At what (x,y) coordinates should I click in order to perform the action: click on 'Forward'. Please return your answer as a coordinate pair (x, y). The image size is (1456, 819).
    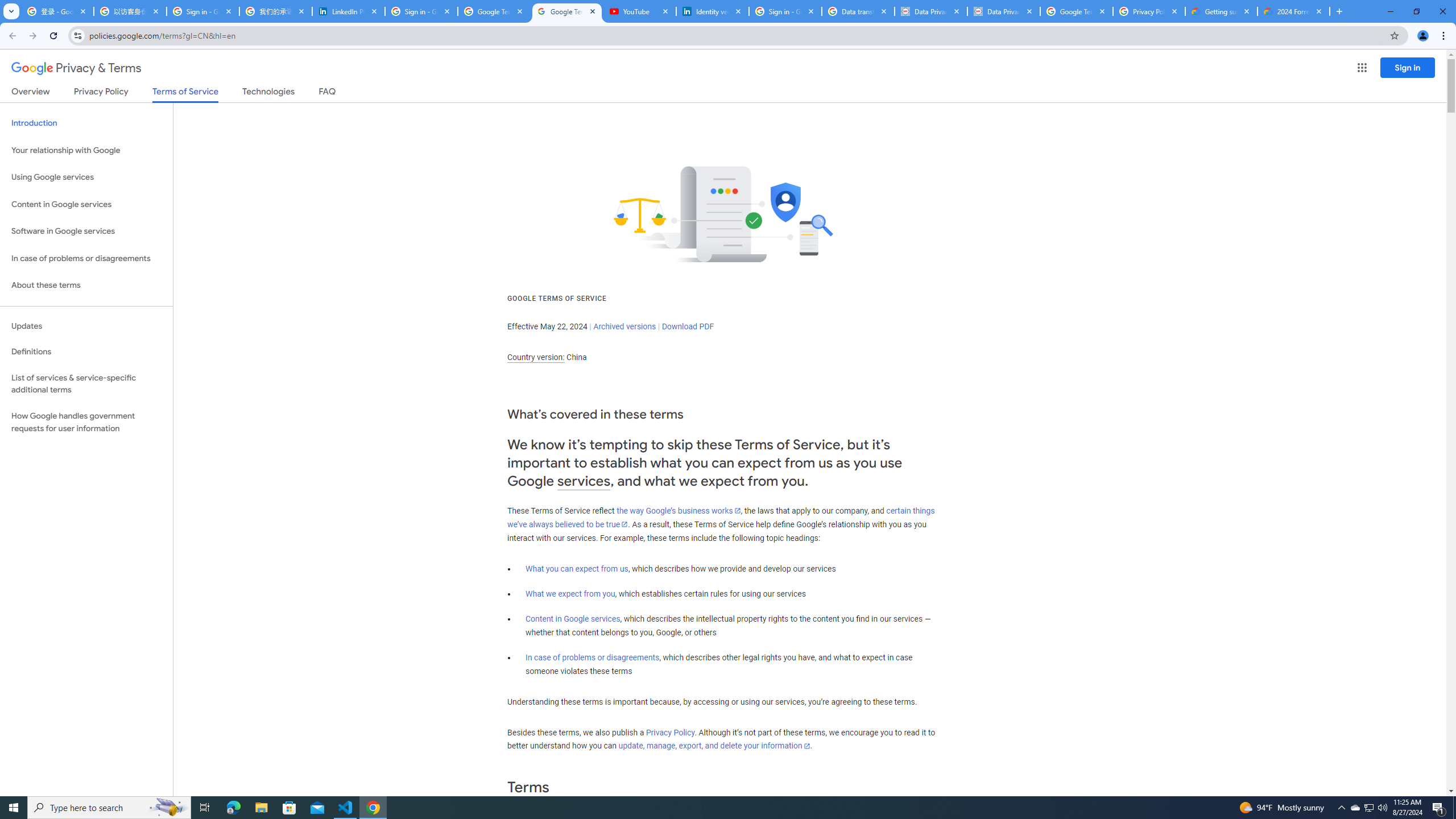
    Looking at the image, I should click on (32, 35).